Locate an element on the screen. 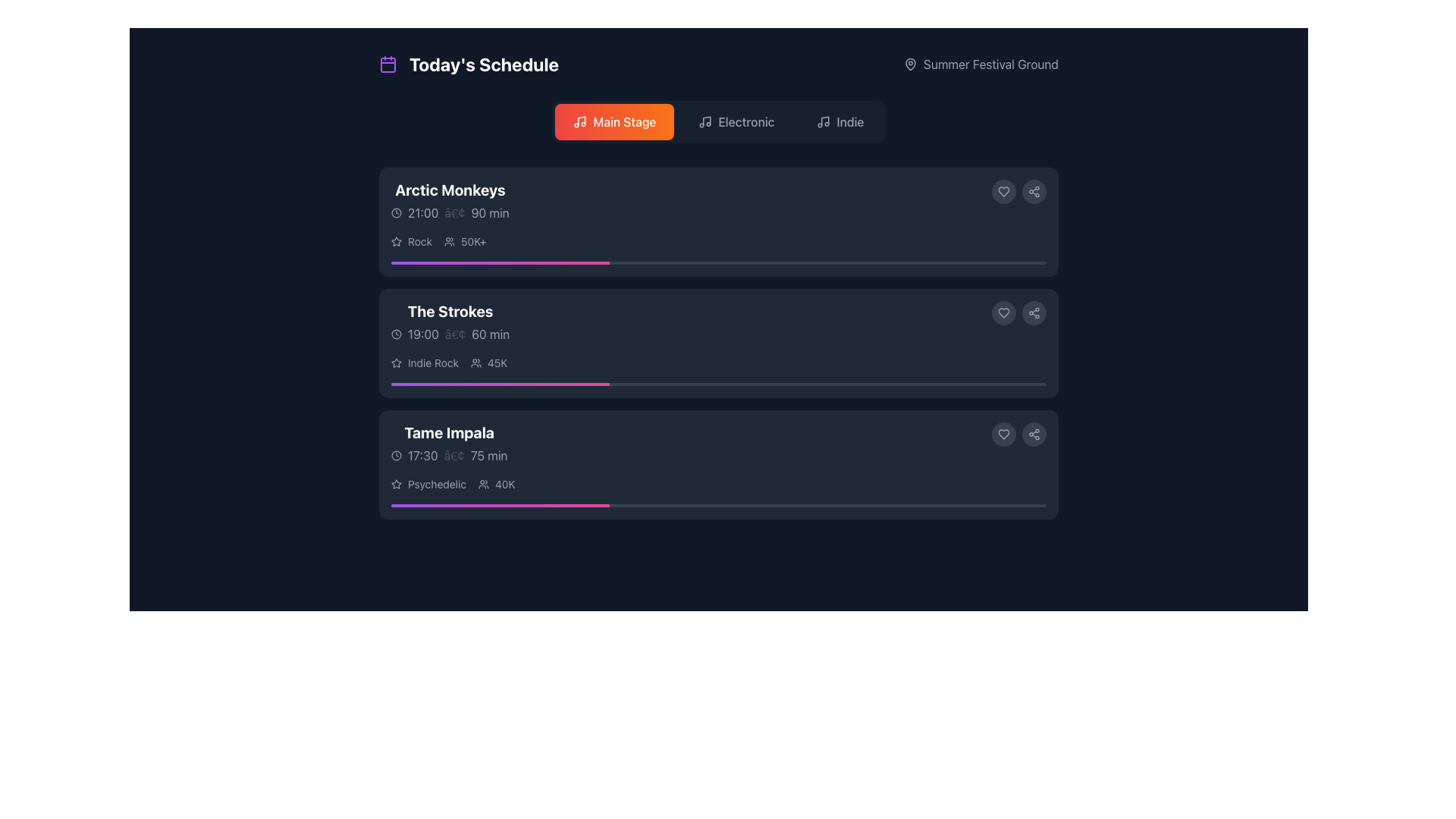  the 'Indie' option button located in the horizontal row of buttons near the top center of the interface, to the right of 'Electronic' and left of an empty space, which categorizes content related to 'Indie' is located at coordinates (850, 121).